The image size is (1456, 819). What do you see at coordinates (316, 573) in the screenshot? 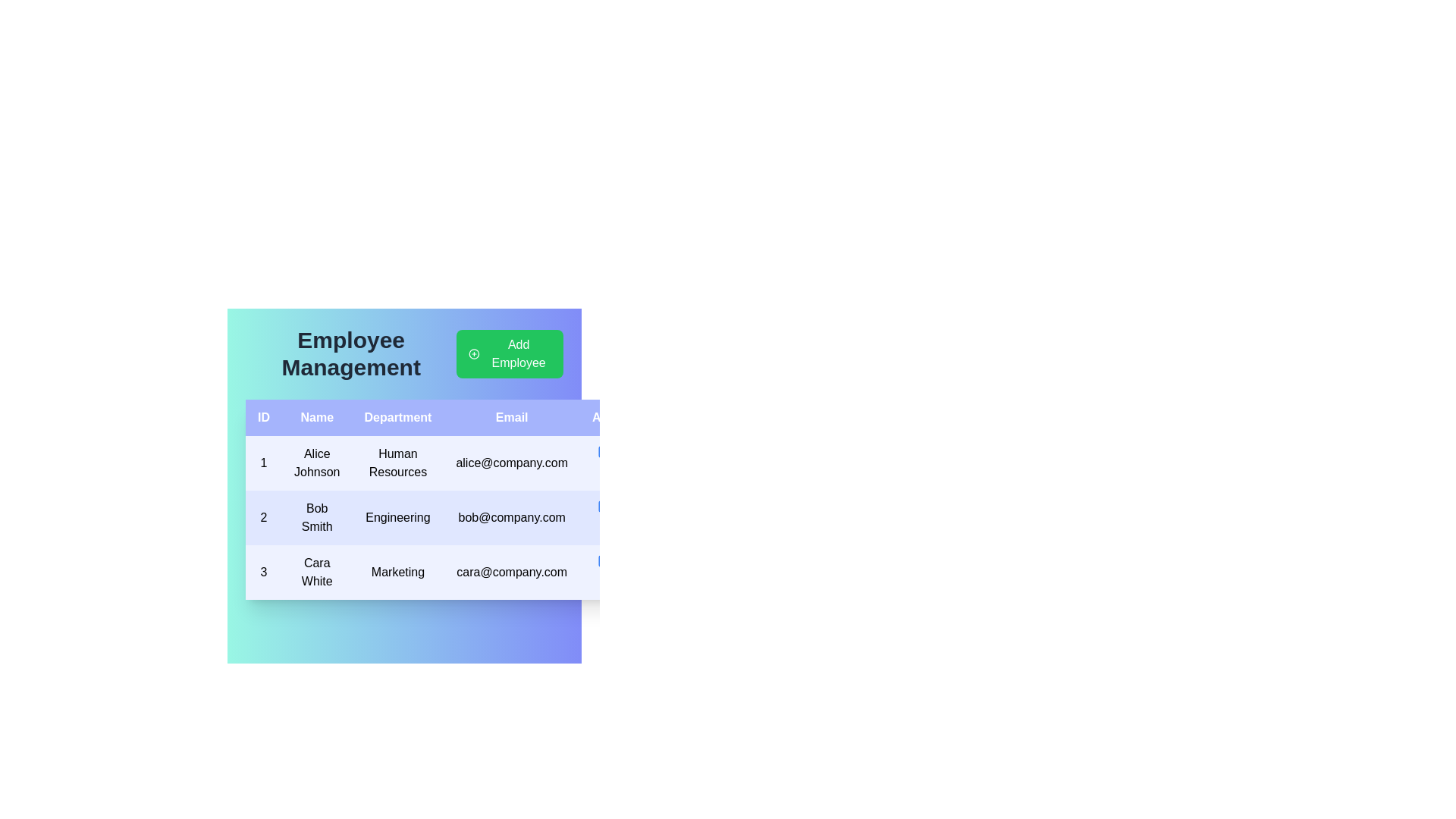
I see `text displayed in the Text Display Field showing the employee's name 'Cara White', located in the second column of the third row of the employee details table` at bounding box center [316, 573].